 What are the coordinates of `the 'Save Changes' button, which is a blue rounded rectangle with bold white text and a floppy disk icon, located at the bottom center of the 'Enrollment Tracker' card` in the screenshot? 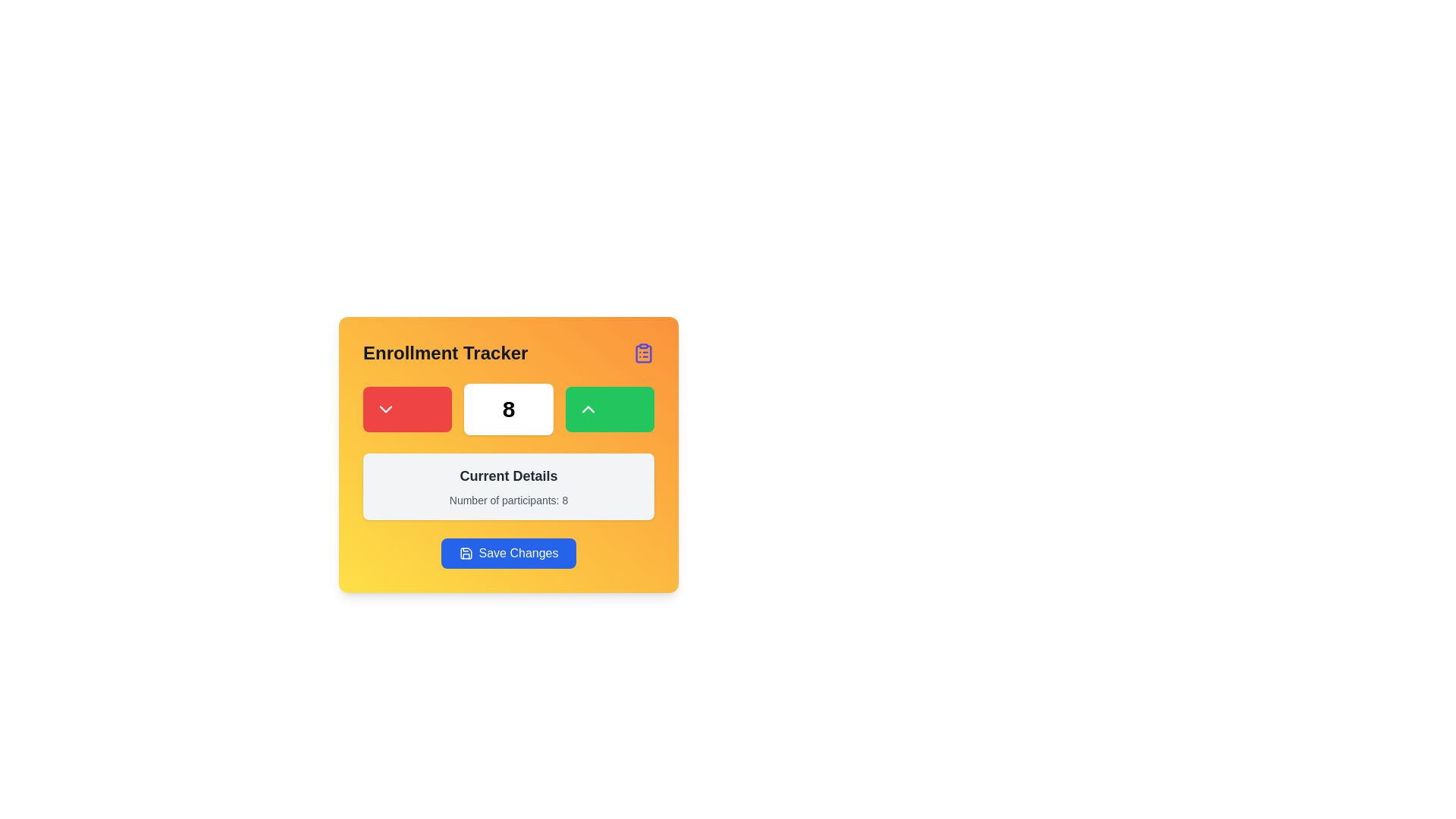 It's located at (509, 553).